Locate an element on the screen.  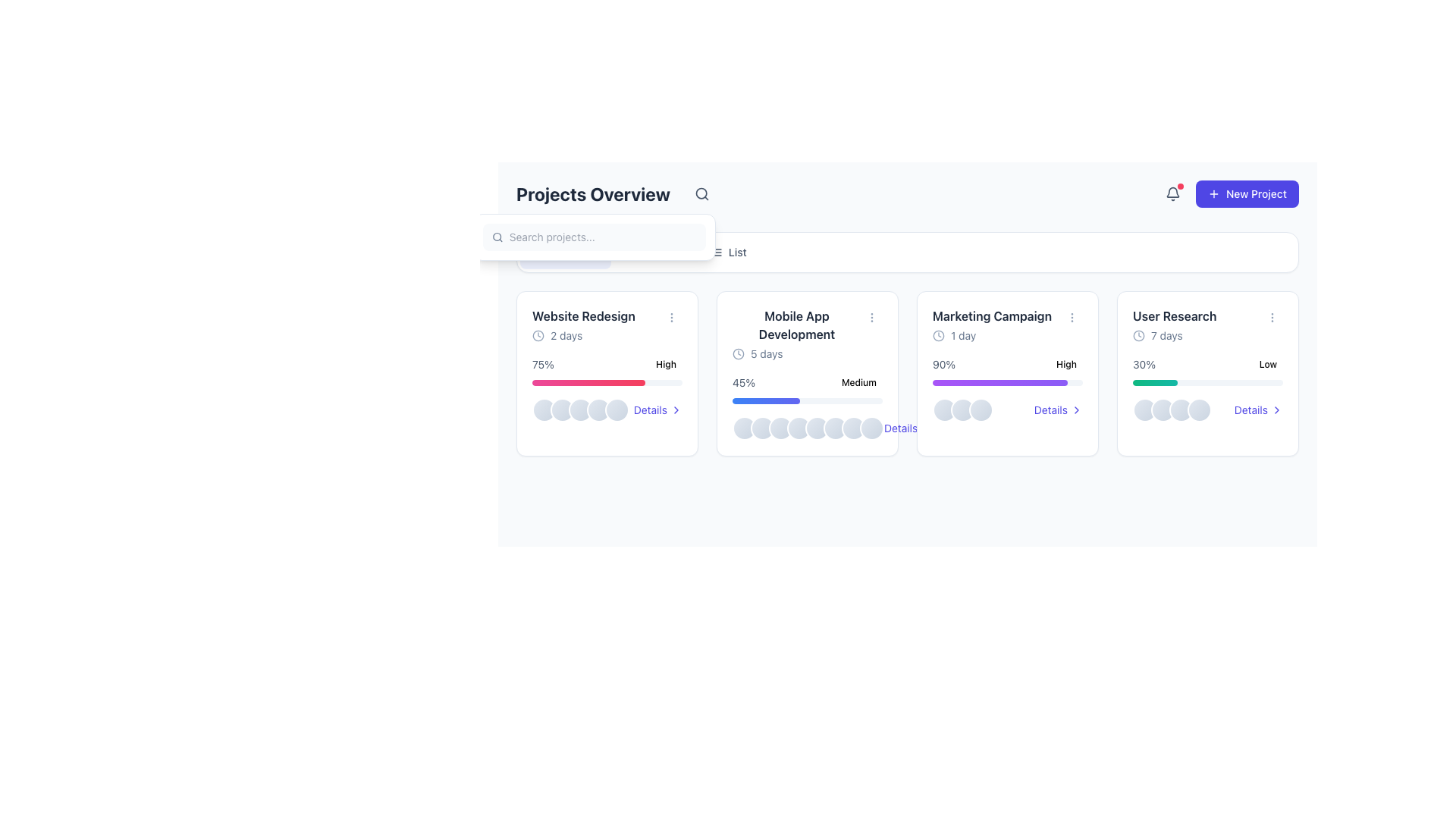
the hyperlink with accompanying icon located at the bottom-right corner of the second card in the horizontal list is located at coordinates (908, 428).